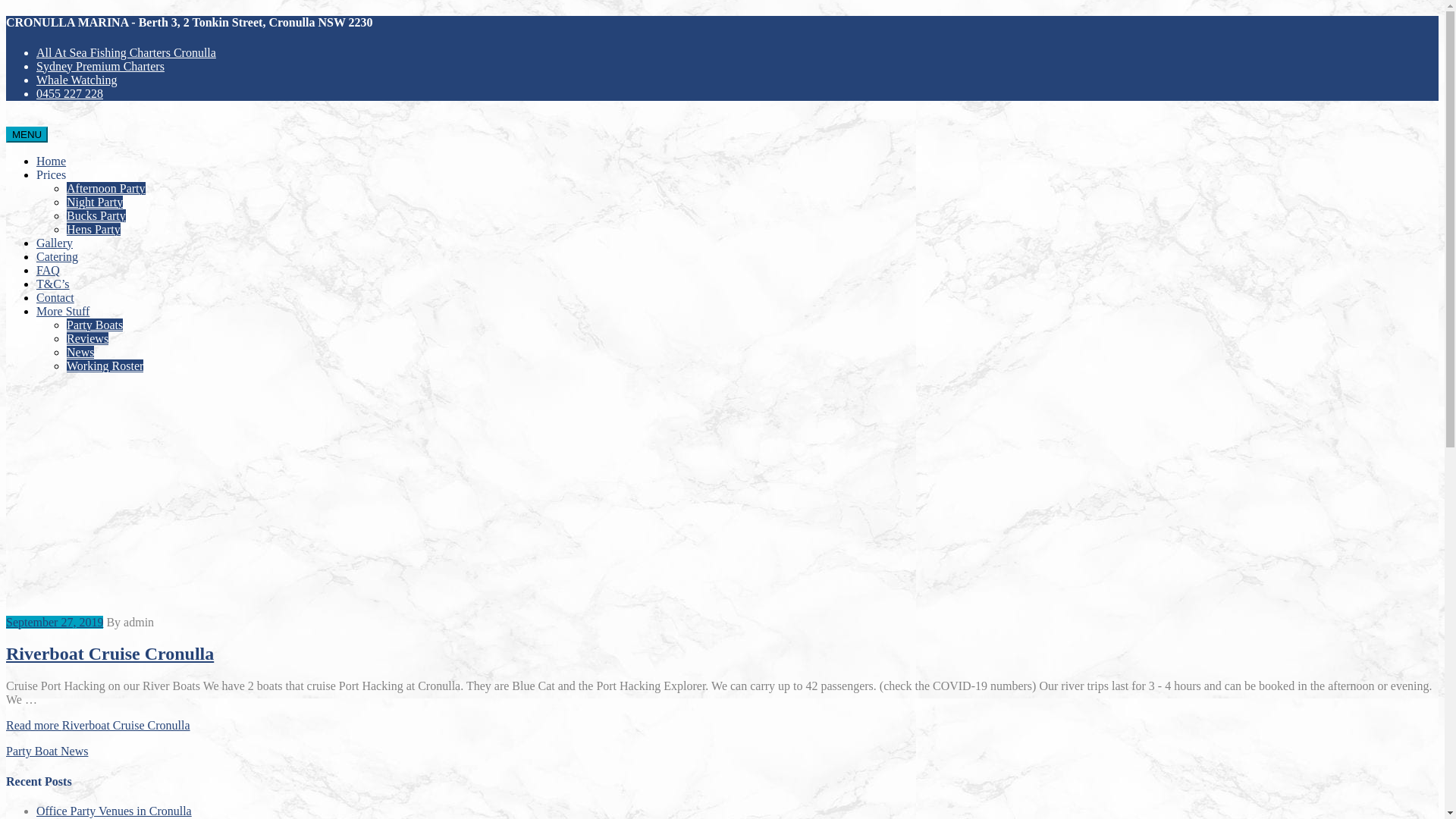 The height and width of the screenshot is (819, 1456). What do you see at coordinates (47, 751) in the screenshot?
I see `'Party Boat News'` at bounding box center [47, 751].